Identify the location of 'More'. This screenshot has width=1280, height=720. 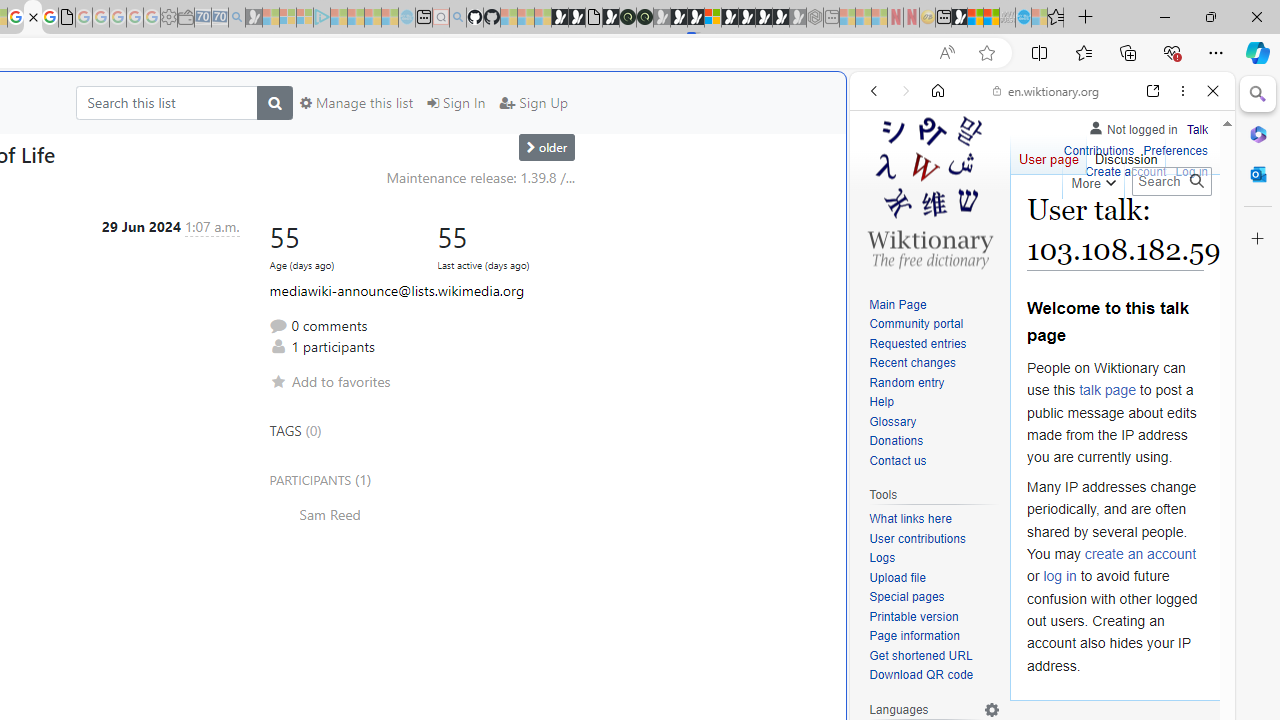
(1092, 178).